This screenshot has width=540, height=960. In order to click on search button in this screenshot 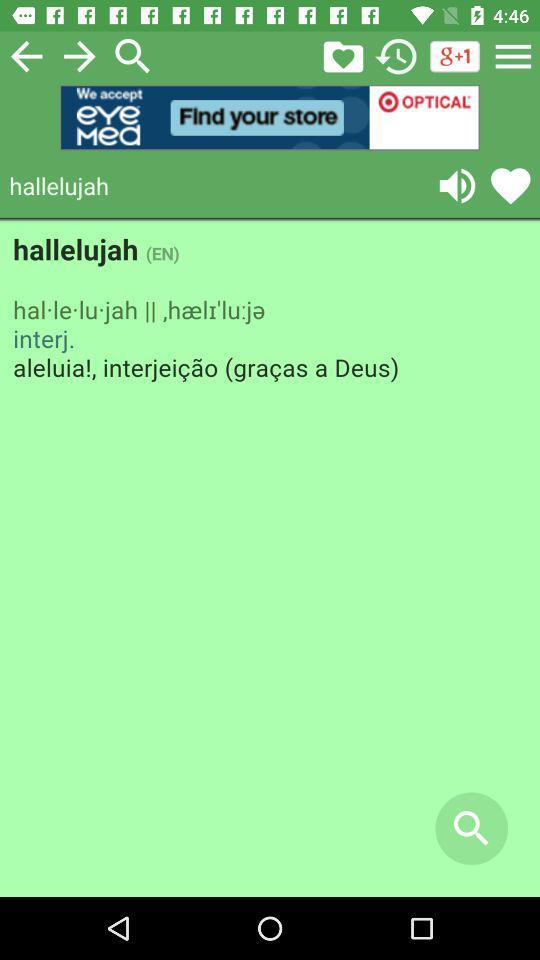, I will do `click(133, 55)`.